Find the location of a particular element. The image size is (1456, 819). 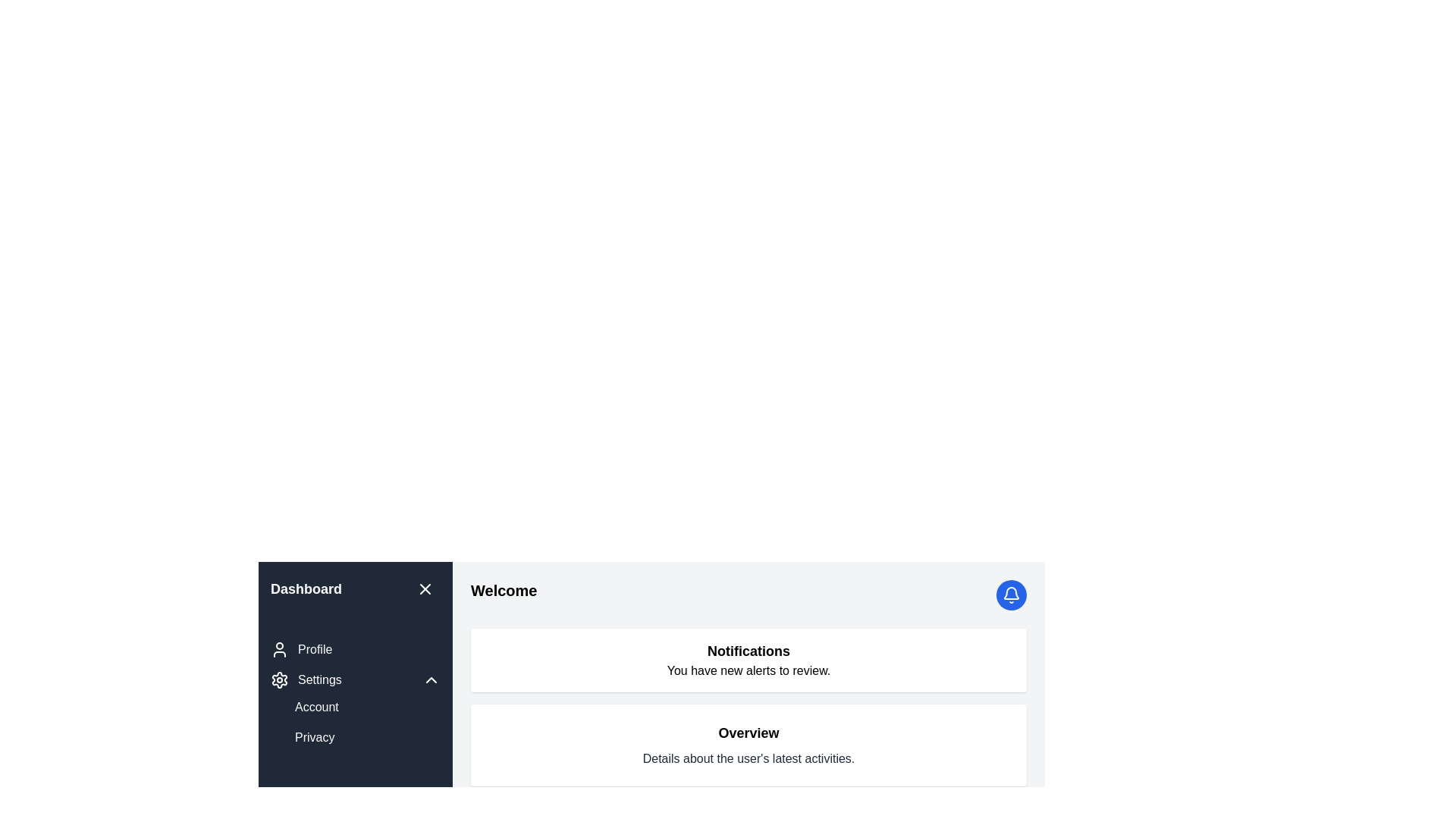

the bell-shaped notification icon located in the top-right corner of the main content area is located at coordinates (1012, 595).